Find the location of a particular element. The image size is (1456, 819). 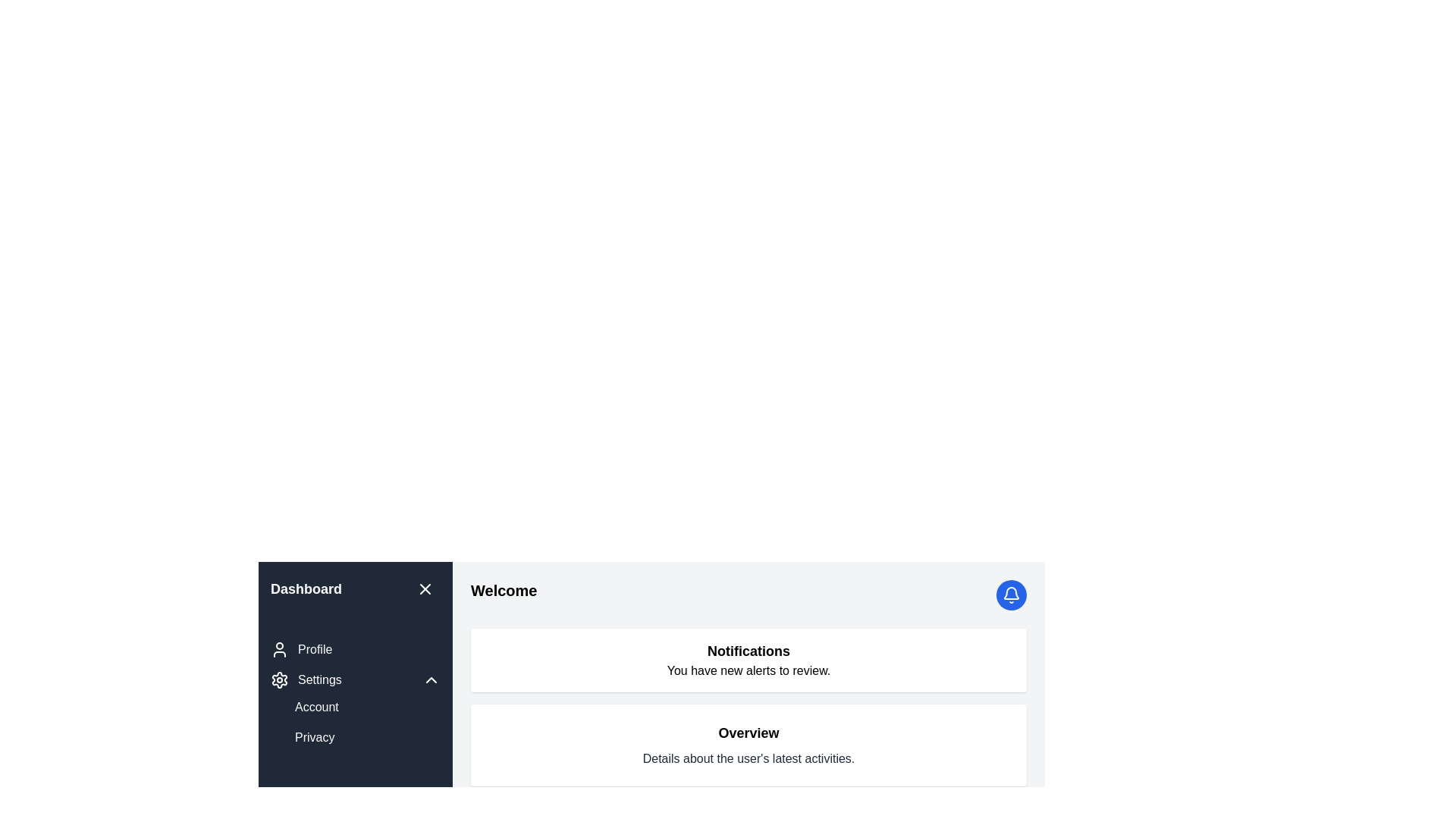

the bell-shaped notification icon located in the top-right corner of the main content area is located at coordinates (1012, 595).